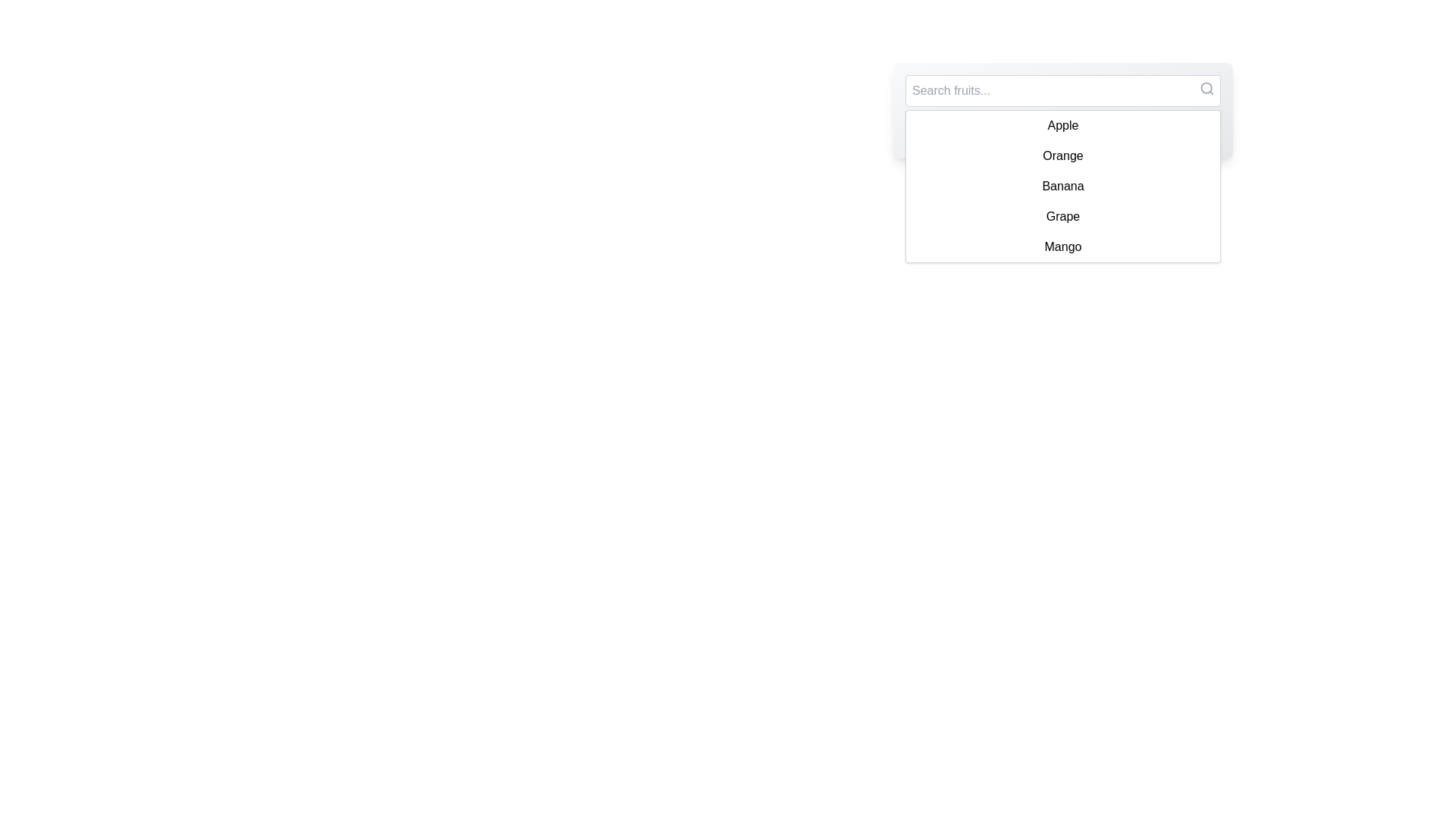 This screenshot has height=819, width=1456. What do you see at coordinates (1207, 88) in the screenshot?
I see `the magnifying glass icon located in the top-right corner of the search input field` at bounding box center [1207, 88].